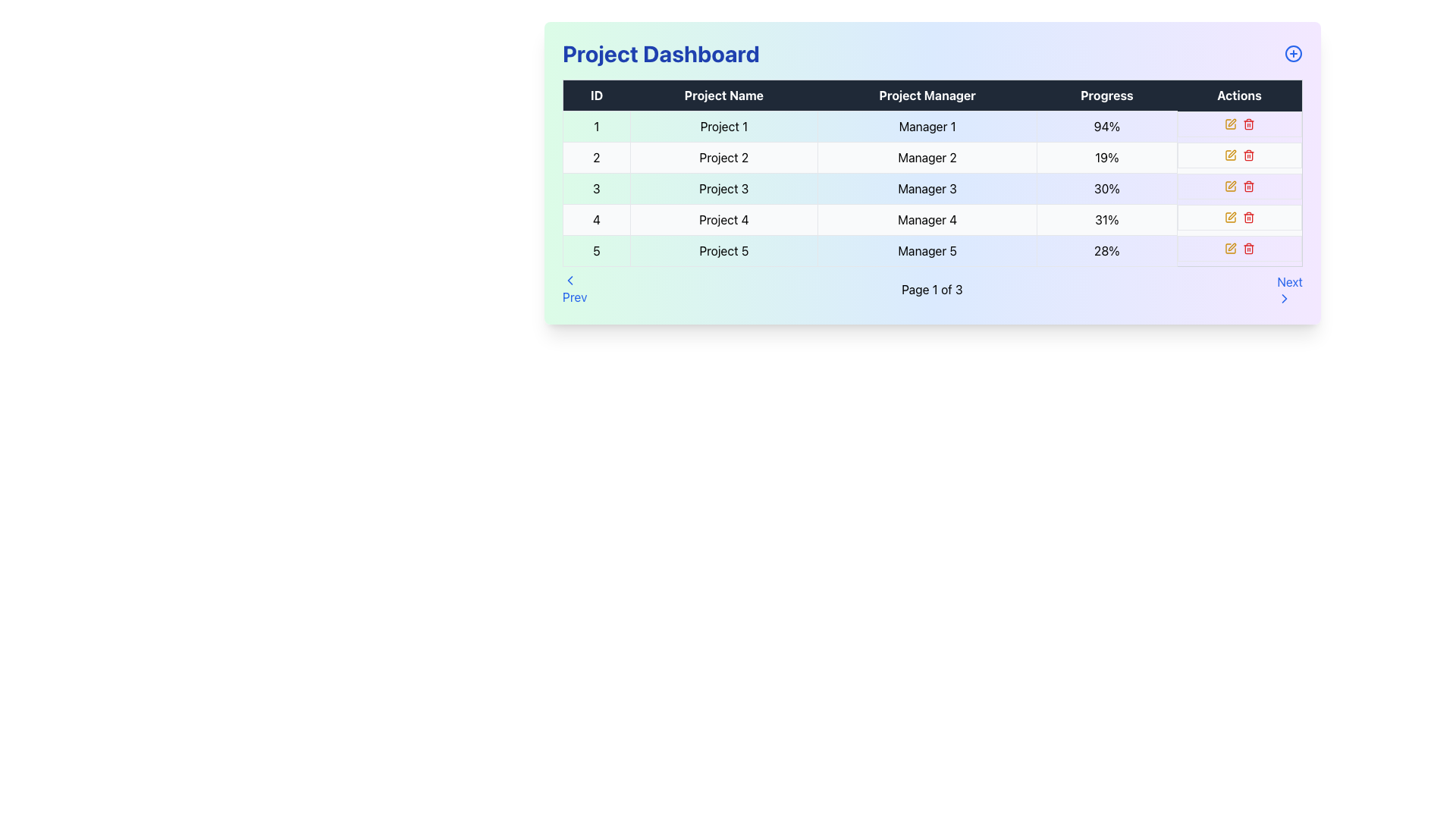  Describe the element at coordinates (1284, 298) in the screenshot. I see `the right-pointing chevron arrow icon located near the 'Next' text` at that location.